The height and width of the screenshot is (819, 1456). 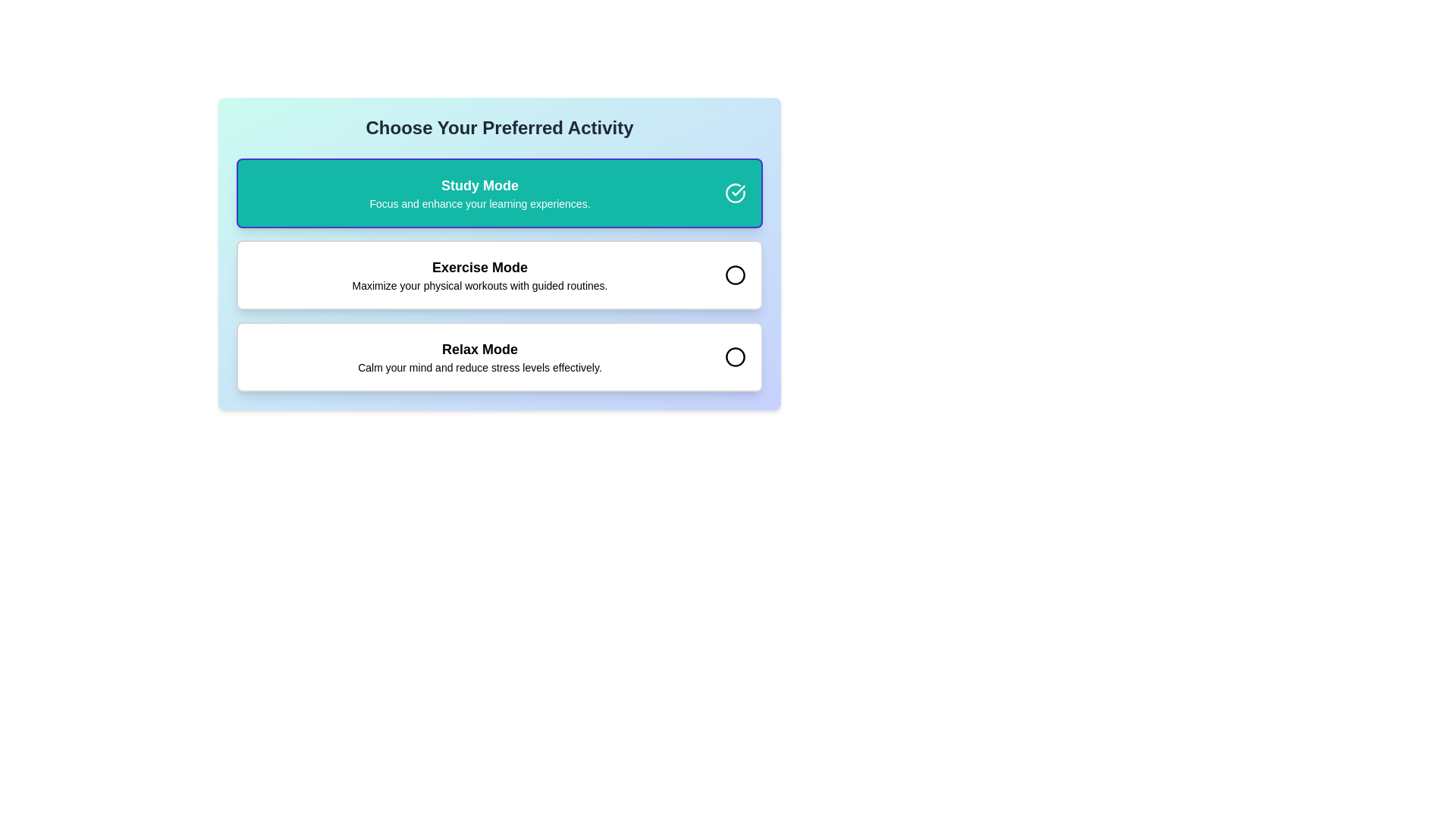 What do you see at coordinates (499, 192) in the screenshot?
I see `the 'Study Mode' button, which is a rectangular button with a teal background and white text, featuring a checkmark icon on its right side` at bounding box center [499, 192].